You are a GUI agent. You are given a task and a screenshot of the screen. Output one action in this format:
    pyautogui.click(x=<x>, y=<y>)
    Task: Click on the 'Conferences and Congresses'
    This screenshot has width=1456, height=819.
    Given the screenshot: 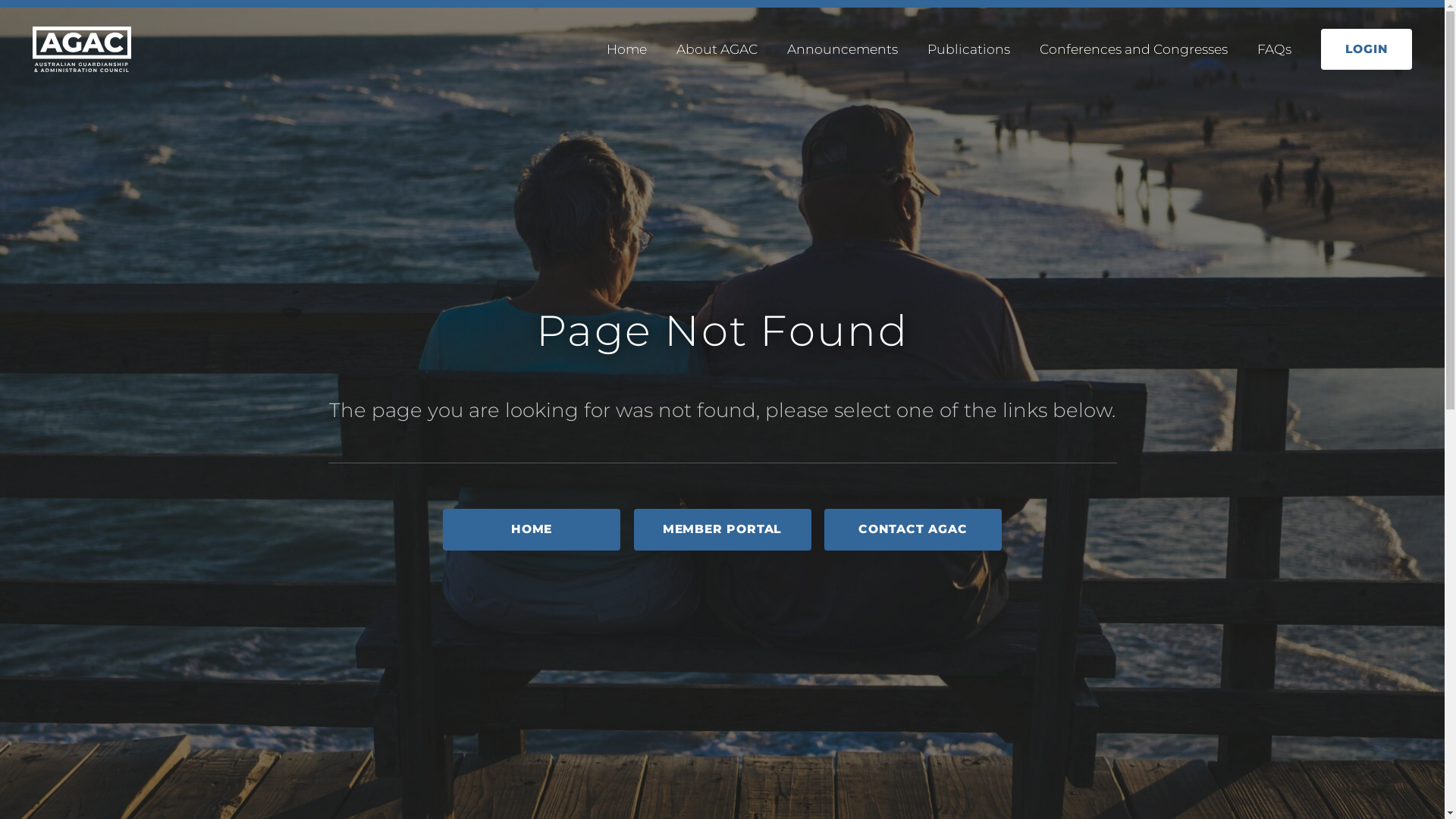 What is the action you would take?
    pyautogui.click(x=1039, y=48)
    